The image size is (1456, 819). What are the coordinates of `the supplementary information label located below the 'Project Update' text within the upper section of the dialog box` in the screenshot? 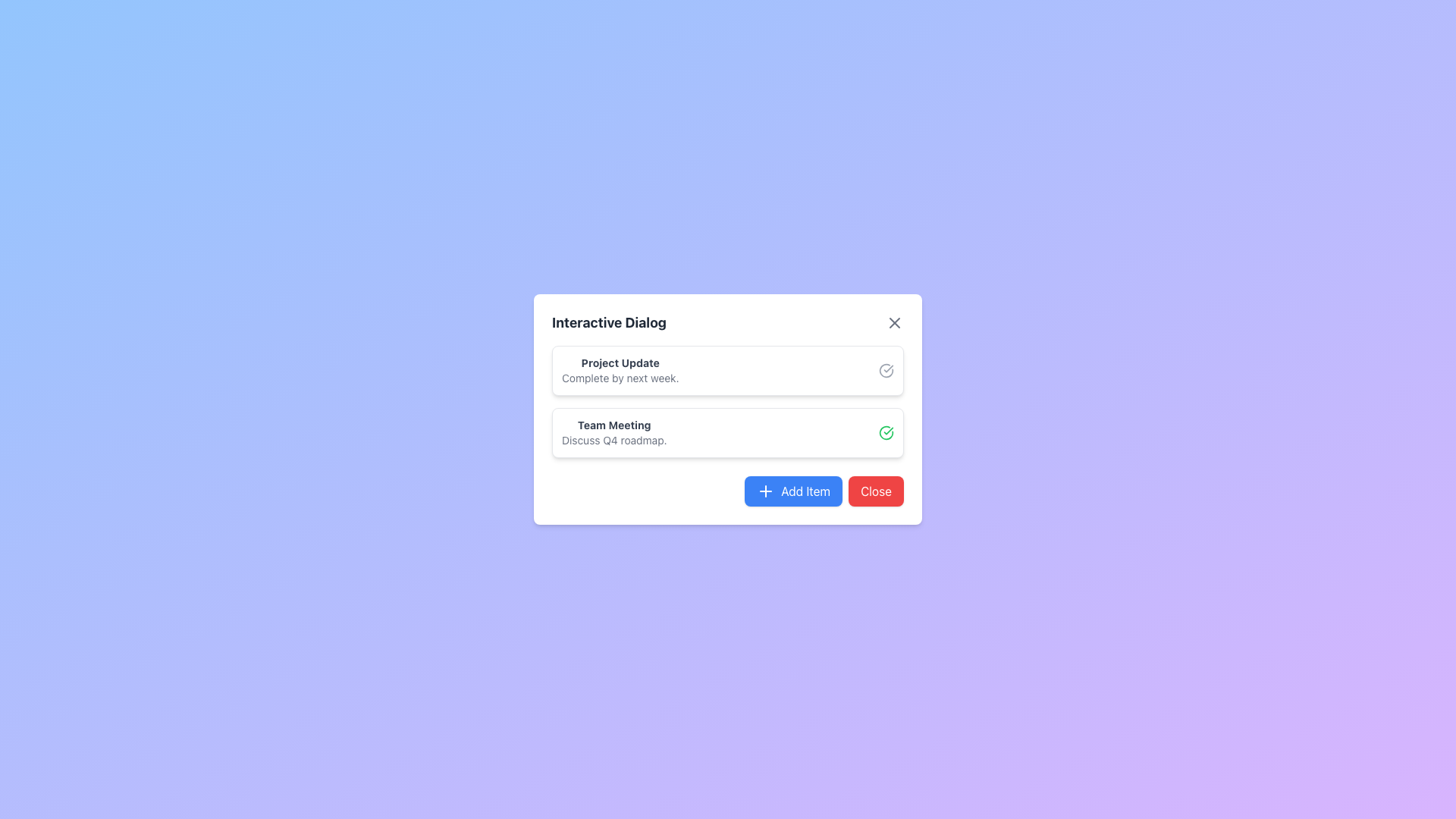 It's located at (620, 377).